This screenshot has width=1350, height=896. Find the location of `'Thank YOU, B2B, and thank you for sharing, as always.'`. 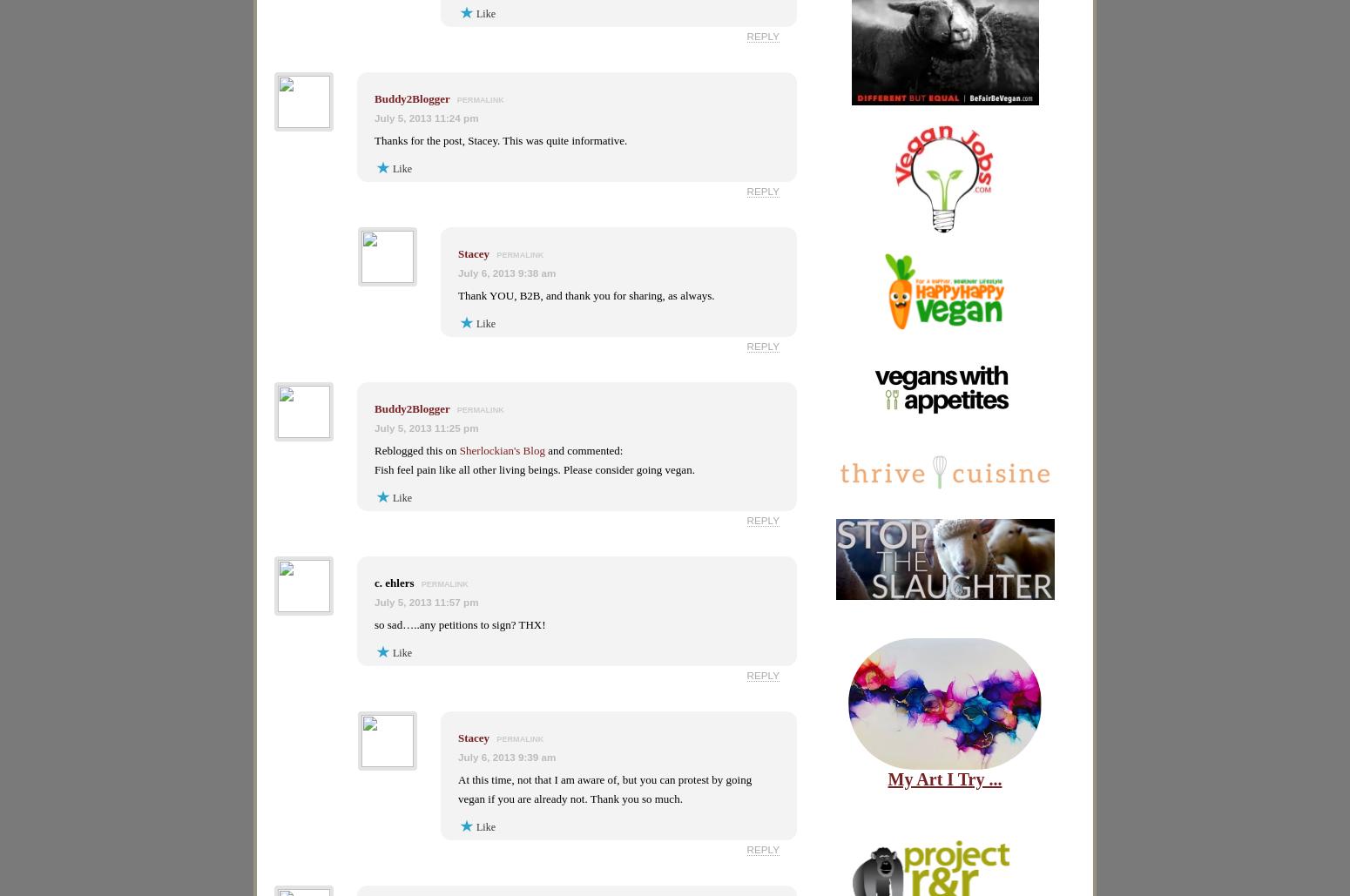

'Thank YOU, B2B, and thank you for sharing, as always.' is located at coordinates (457, 295).